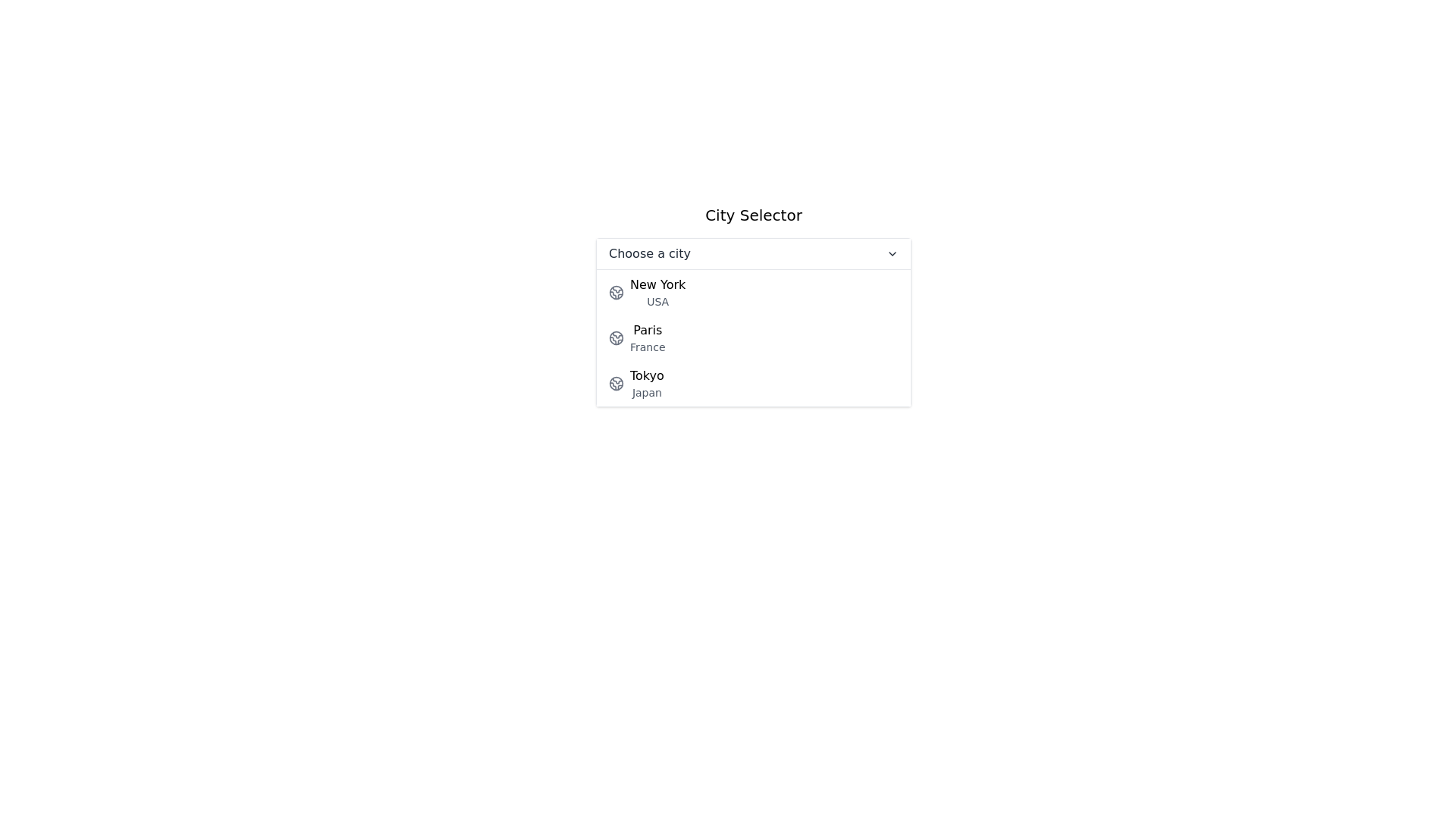 Image resolution: width=1456 pixels, height=819 pixels. I want to click on the first option in the dropdown menu, so click(753, 292).